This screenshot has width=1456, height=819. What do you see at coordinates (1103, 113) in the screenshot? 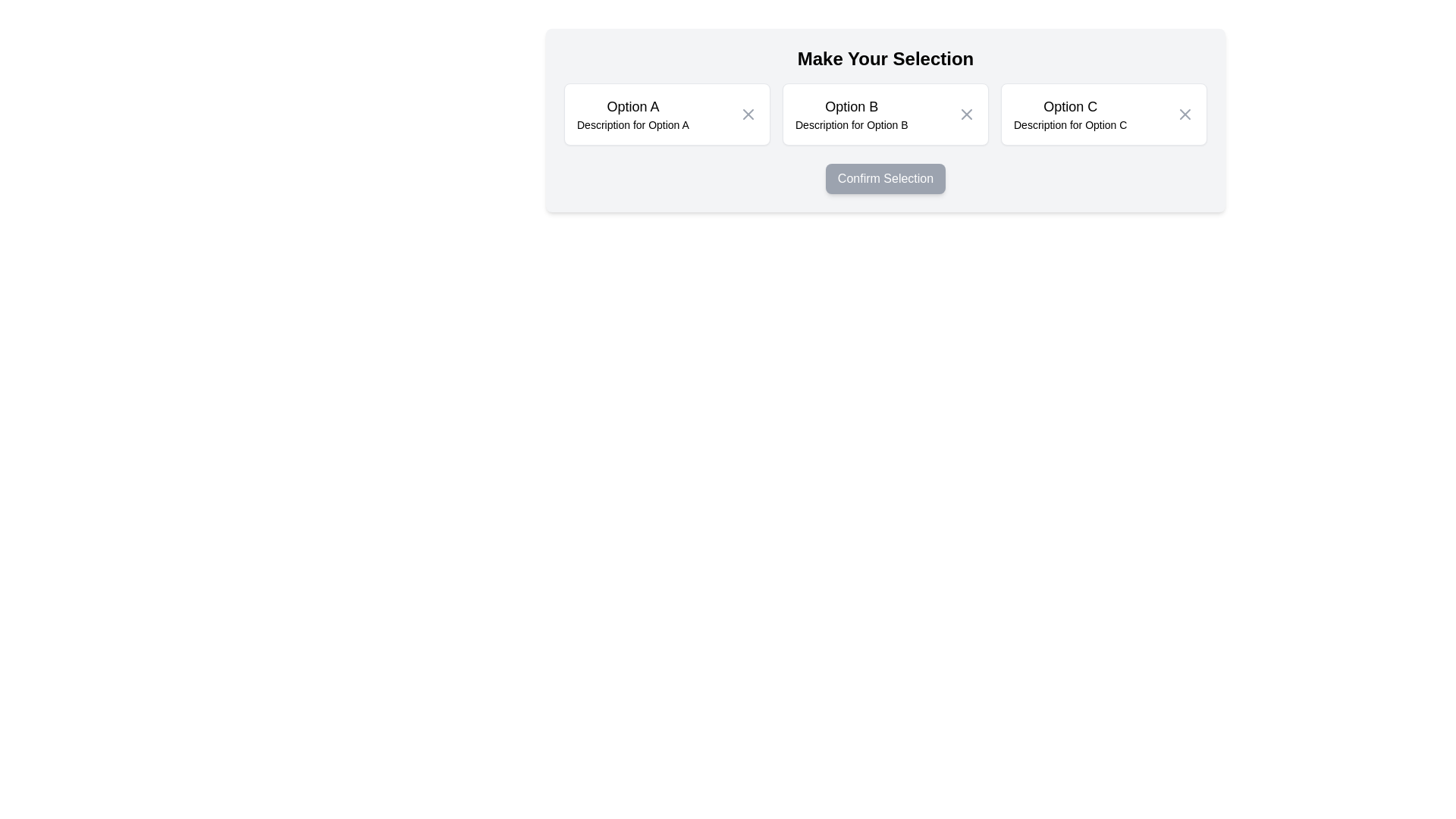
I see `to select the third entry titled 'Option C' on the selectable card with an action icon located centrally in the grid` at bounding box center [1103, 113].